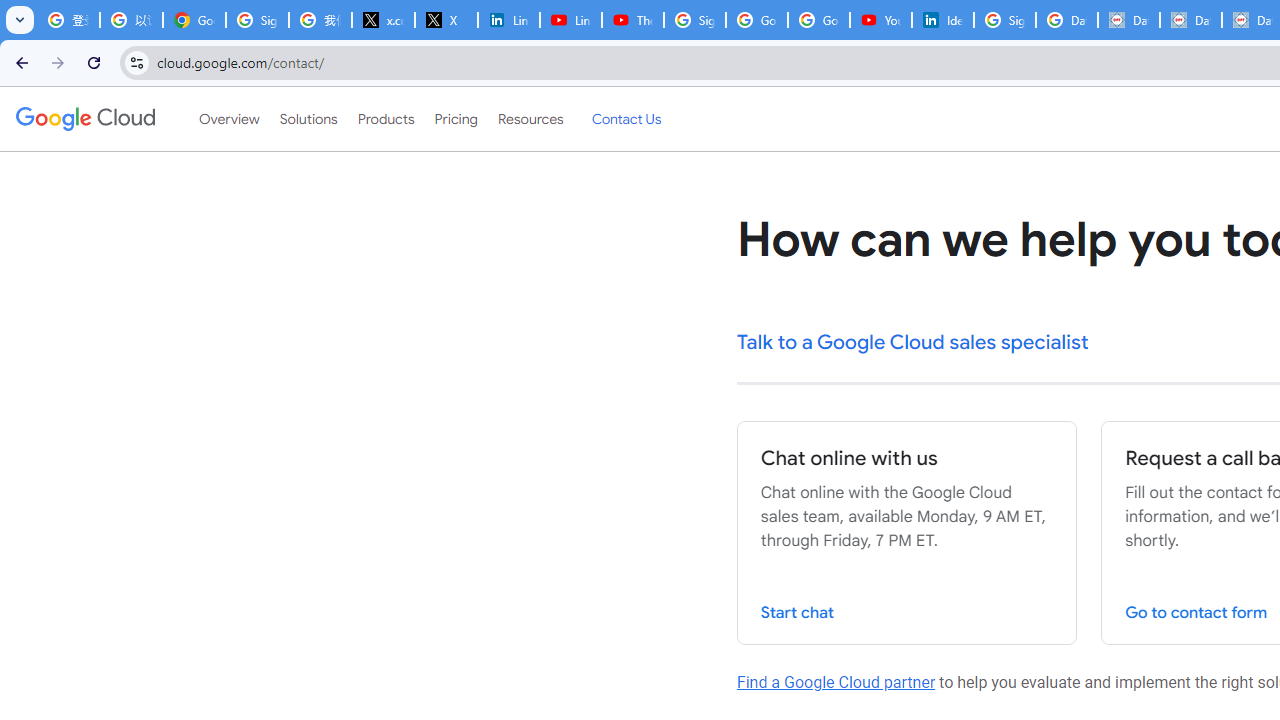 The height and width of the screenshot is (720, 1280). I want to click on 'Data Privacy Framework', so click(1191, 20).